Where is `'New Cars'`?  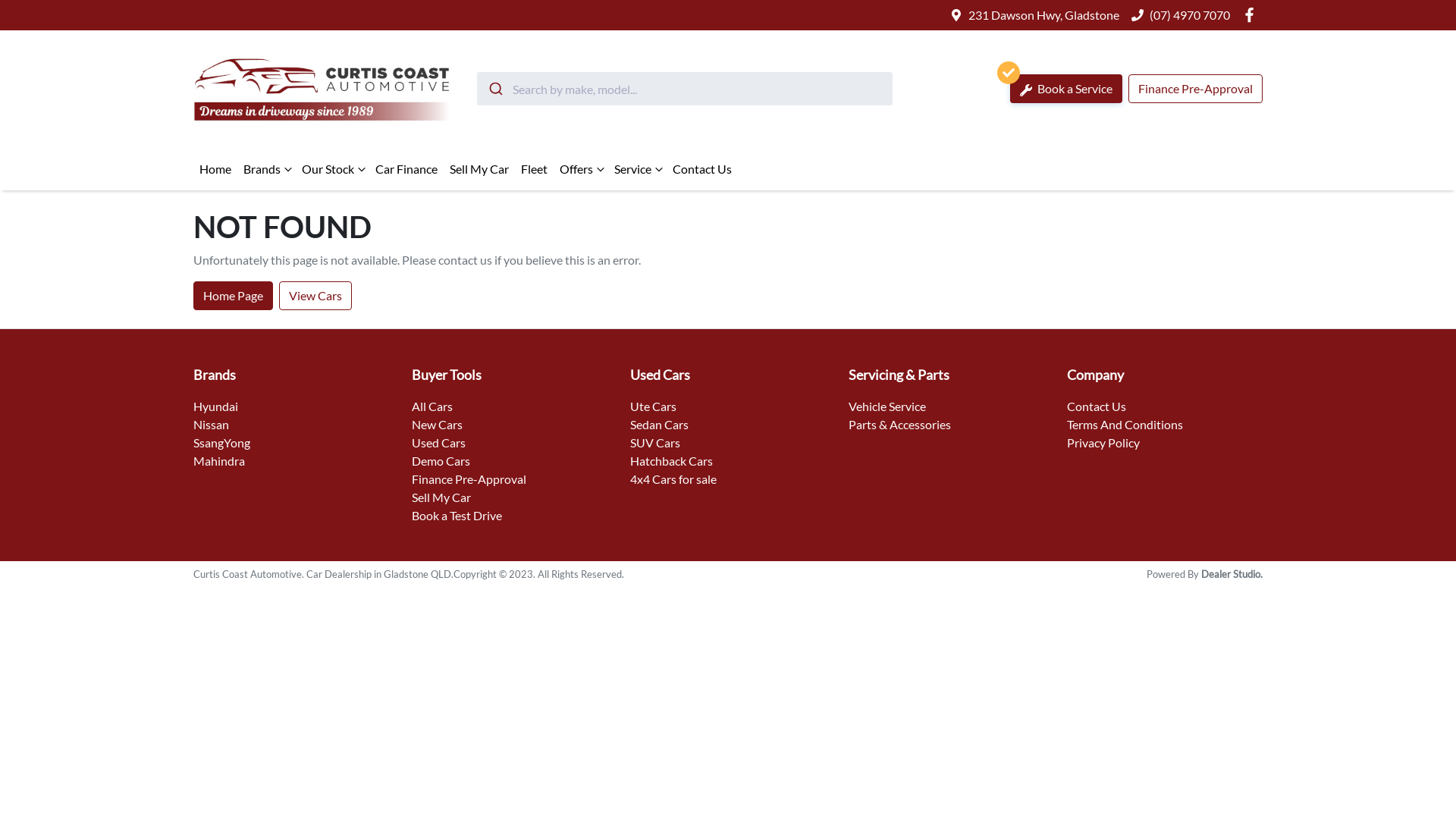 'New Cars' is located at coordinates (436, 424).